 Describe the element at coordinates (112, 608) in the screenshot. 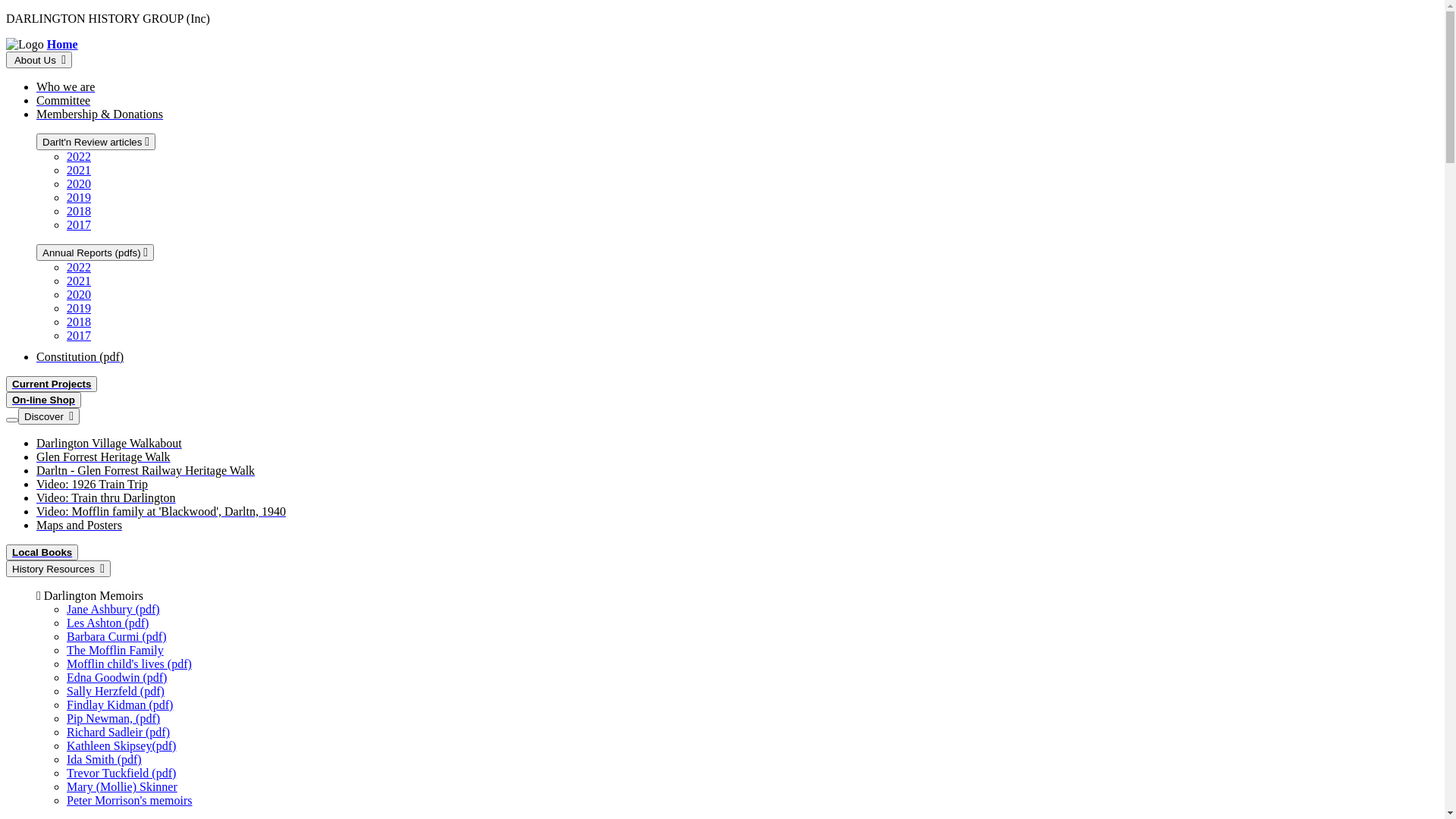

I see `'Jane Ashbury (pdf)'` at that location.